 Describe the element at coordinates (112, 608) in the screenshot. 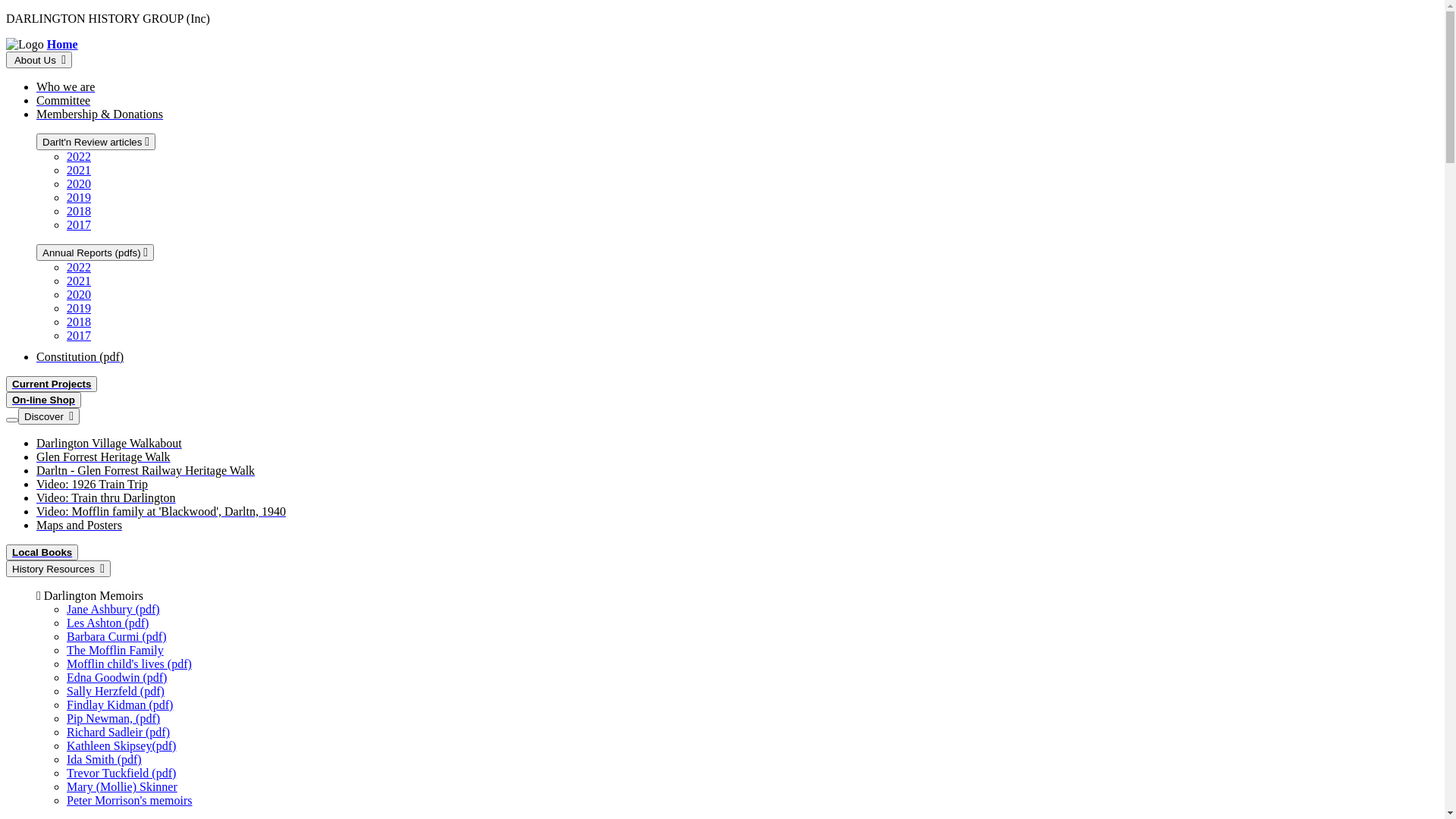

I see `'Jane Ashbury (pdf)'` at that location.